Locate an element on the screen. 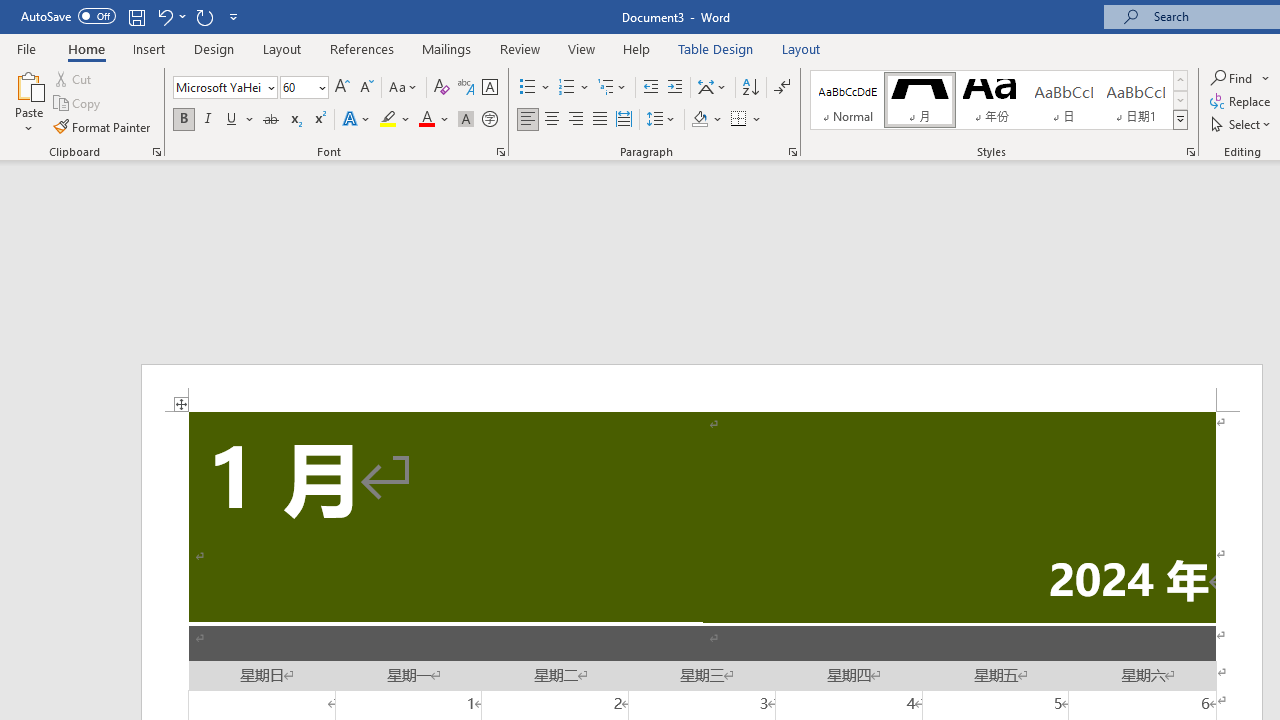 This screenshot has height=720, width=1280. 'Format Painter' is located at coordinates (102, 127).